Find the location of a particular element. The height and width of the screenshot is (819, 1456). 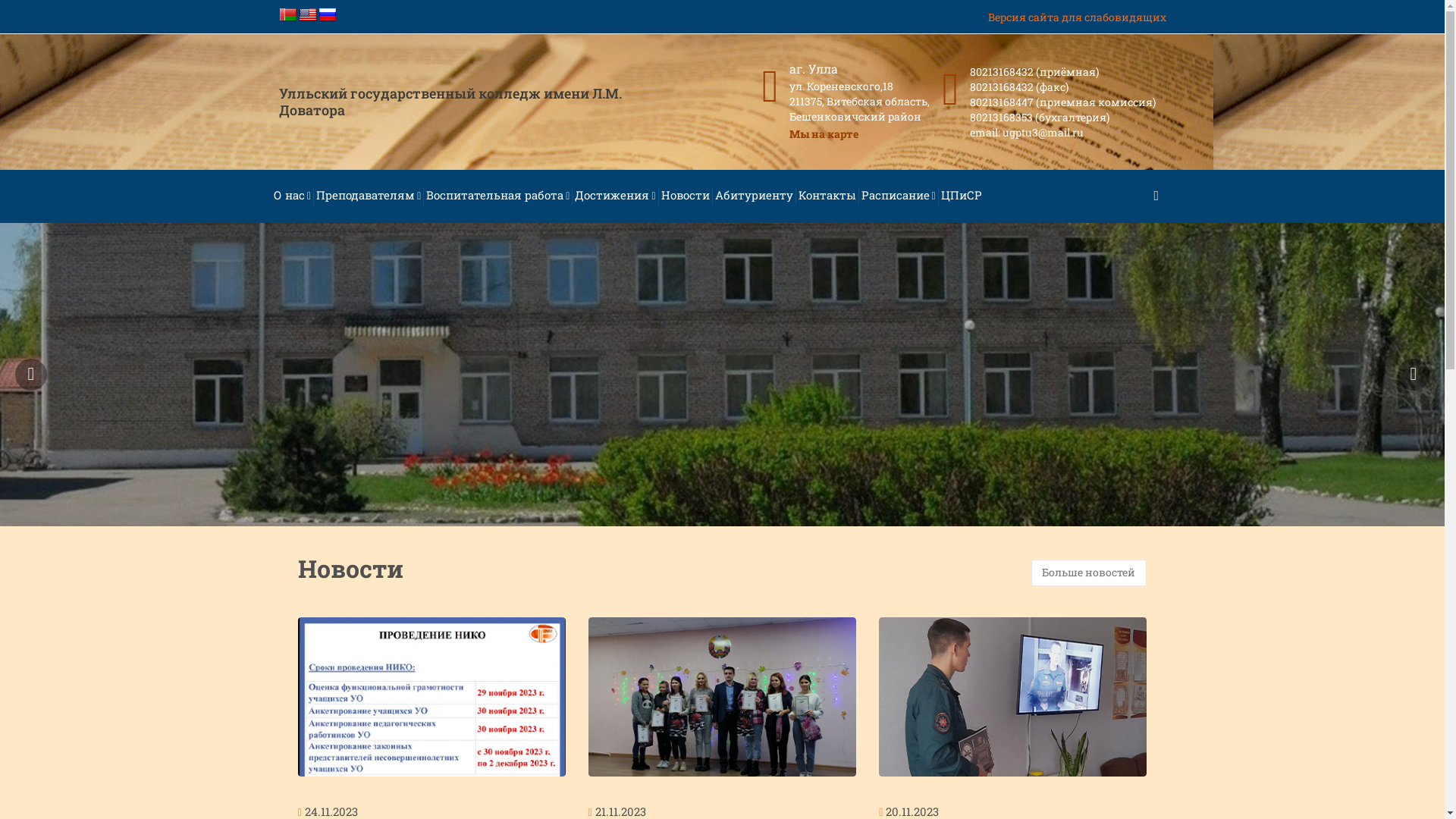

'English' is located at coordinates (307, 14).